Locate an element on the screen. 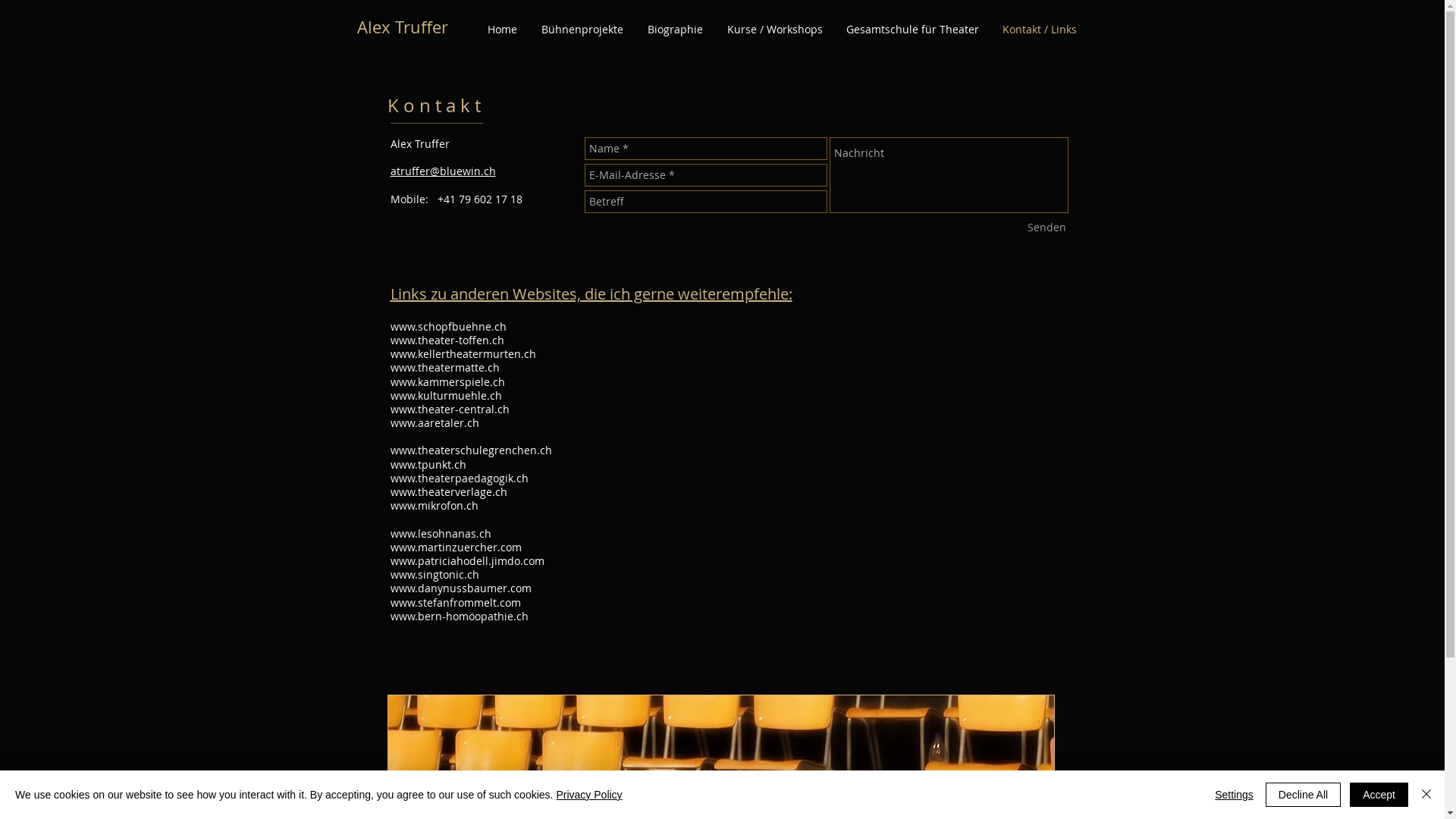 The width and height of the screenshot is (1456, 819). 'www.theaterschulegrenchen.ch' is located at coordinates (469, 449).